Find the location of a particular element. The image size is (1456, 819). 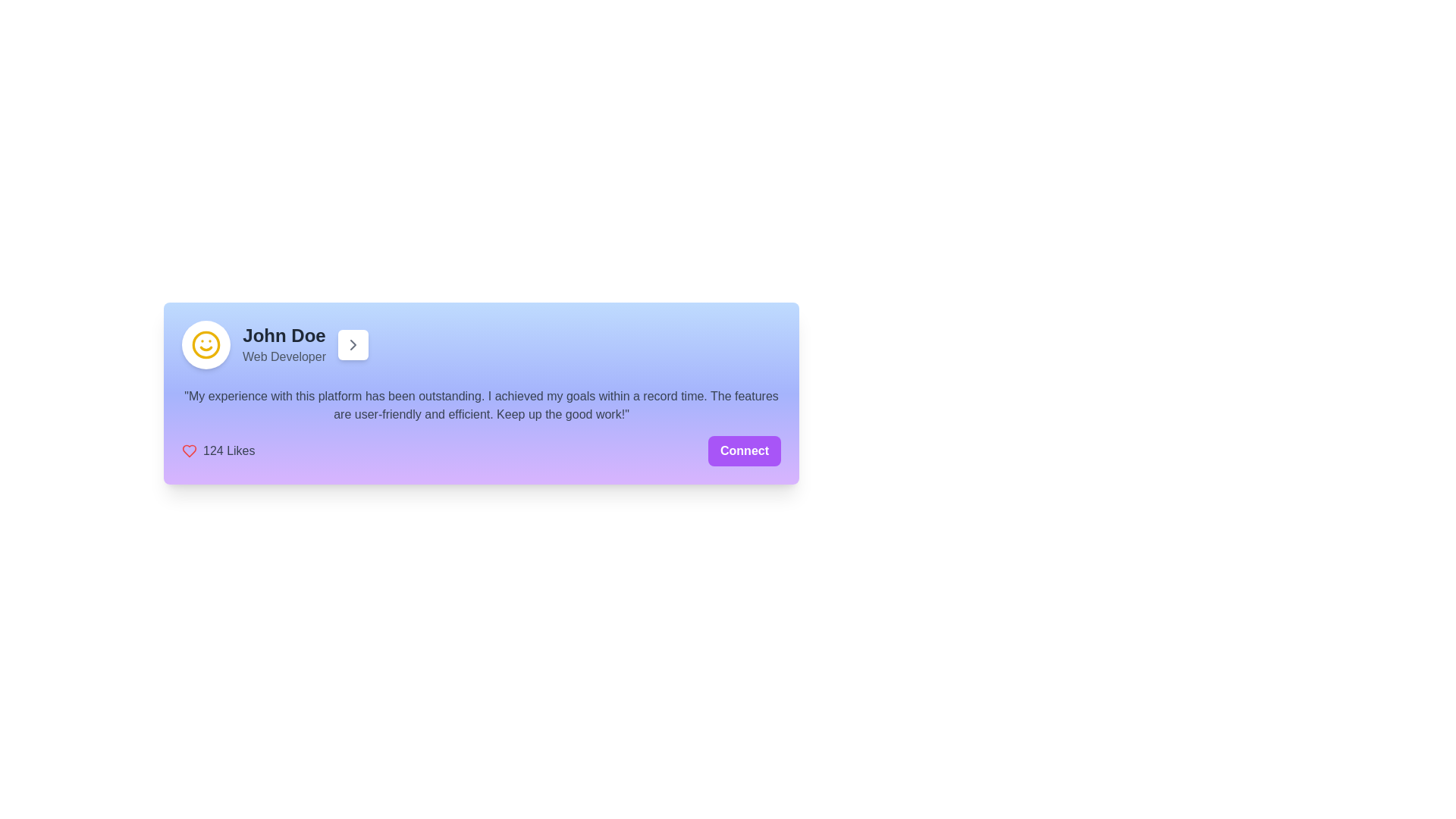

the icon representing the user's avatar or status, located to the left of the text area containing 'John Doe' and 'Web Developer' is located at coordinates (206, 345).